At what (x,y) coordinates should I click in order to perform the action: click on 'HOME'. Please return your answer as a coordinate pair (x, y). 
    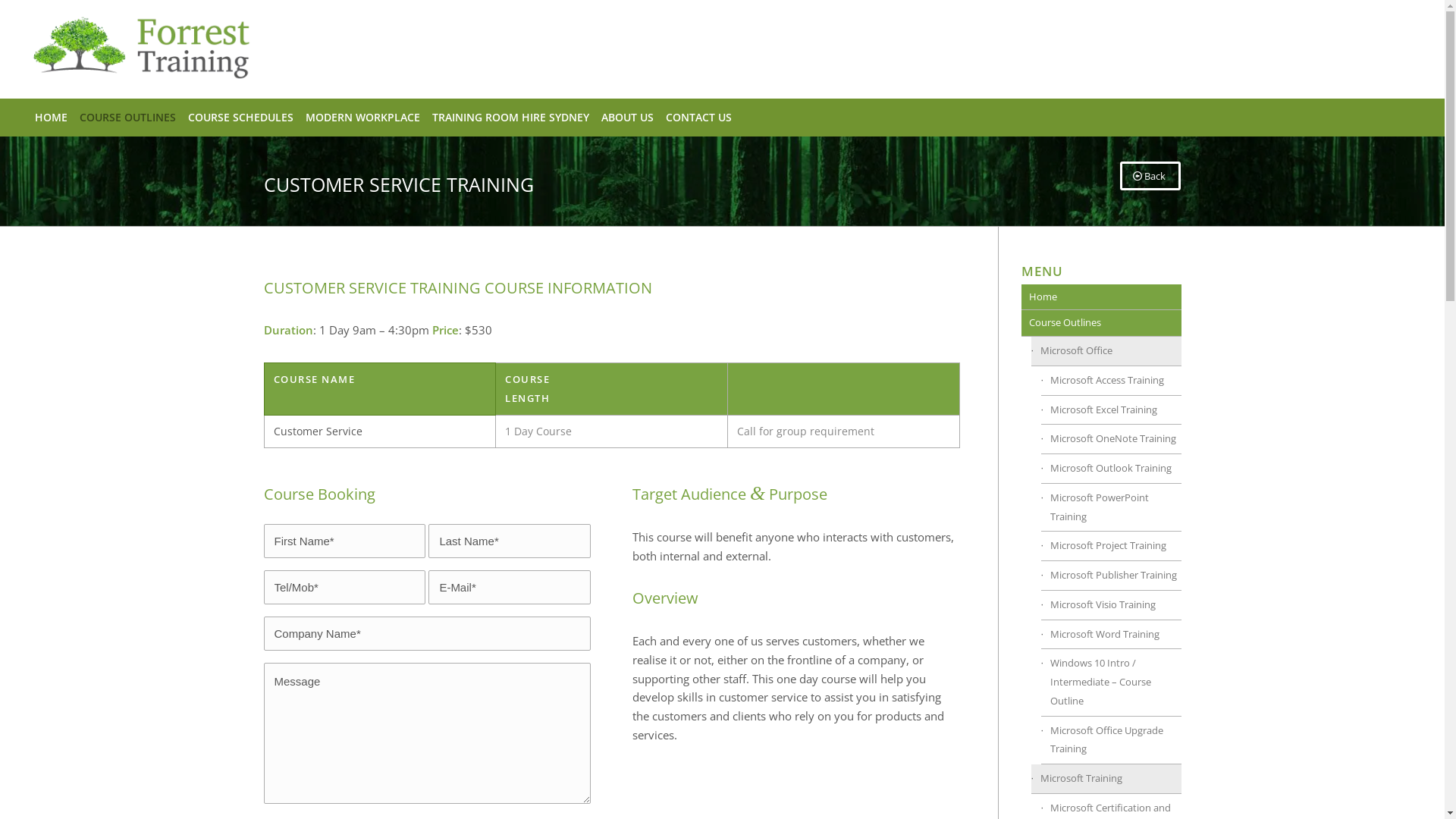
    Looking at the image, I should click on (51, 116).